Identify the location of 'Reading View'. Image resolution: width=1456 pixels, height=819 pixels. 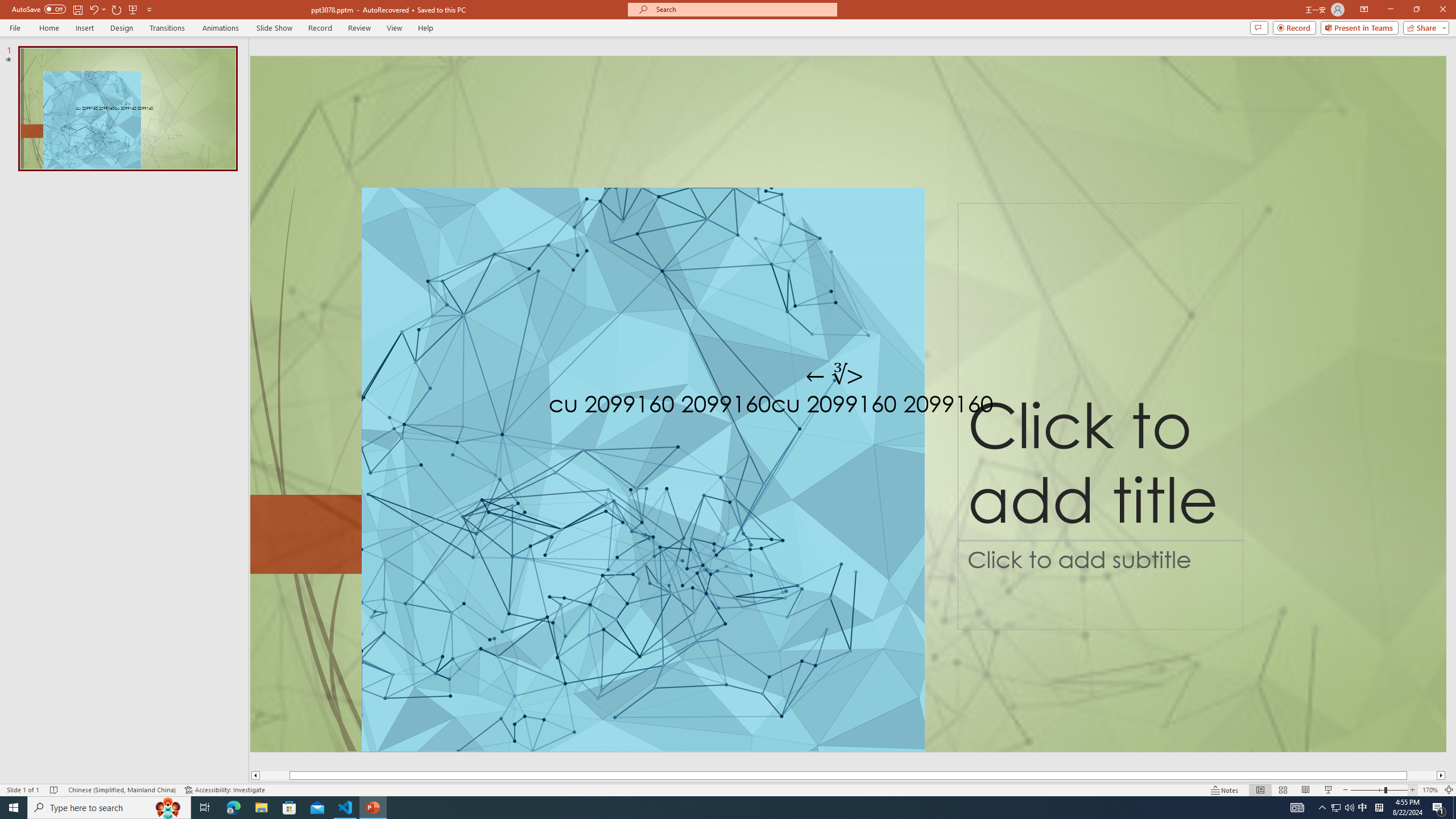
(1305, 790).